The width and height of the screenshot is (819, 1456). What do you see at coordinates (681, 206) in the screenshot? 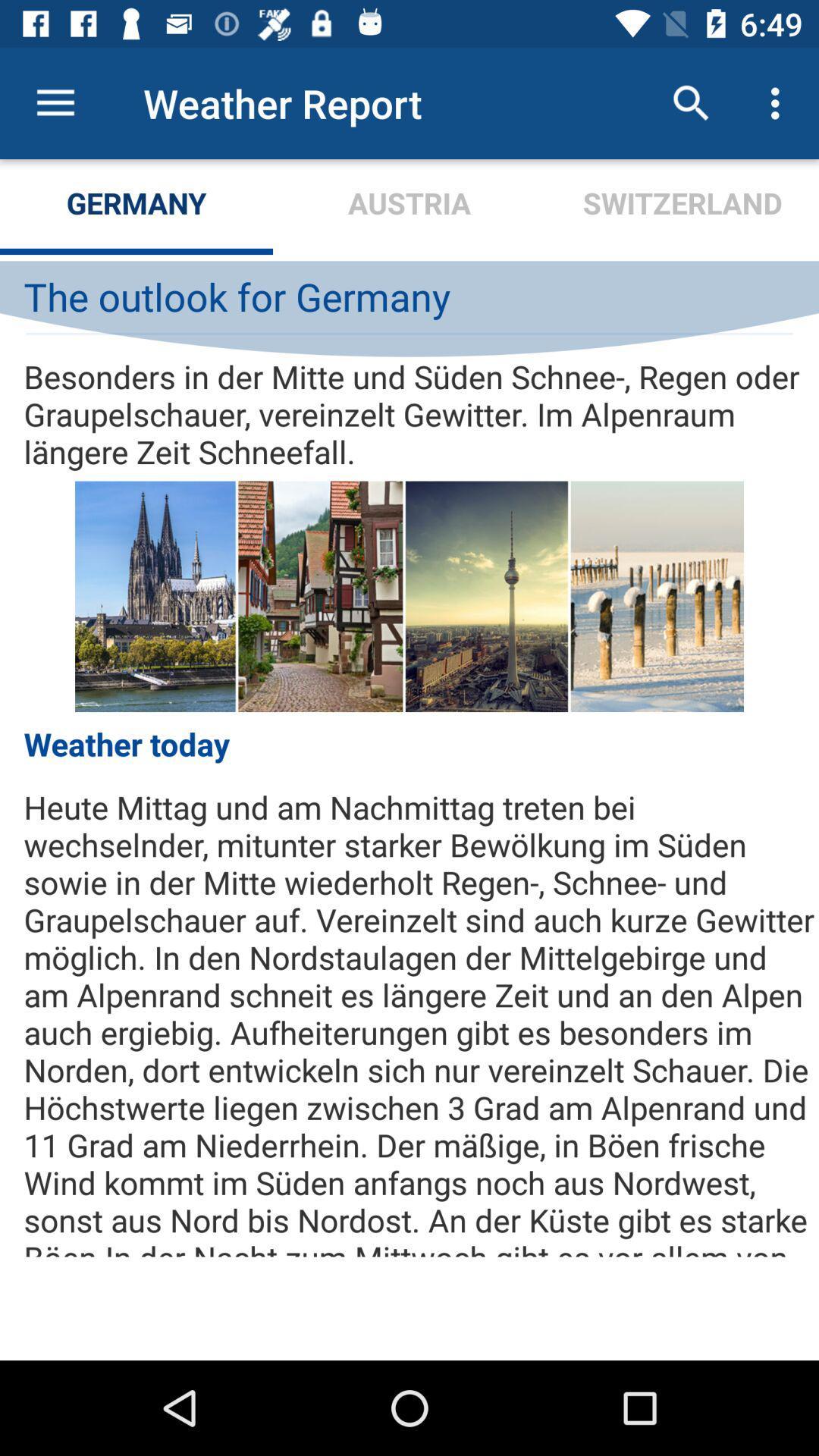
I see `the switzerland` at bounding box center [681, 206].